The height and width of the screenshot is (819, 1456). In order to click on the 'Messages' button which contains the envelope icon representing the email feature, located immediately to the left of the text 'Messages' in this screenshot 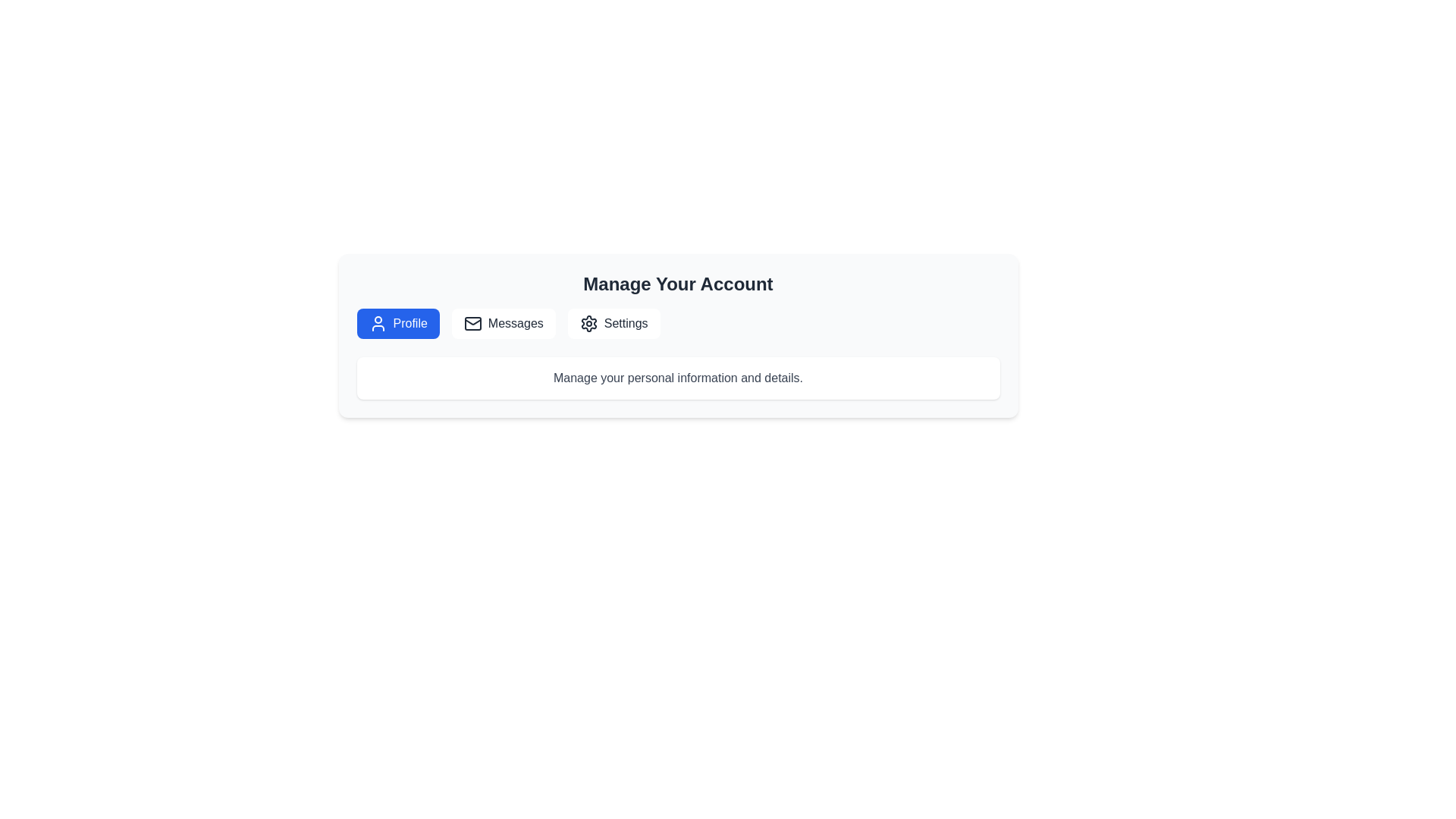, I will do `click(472, 323)`.